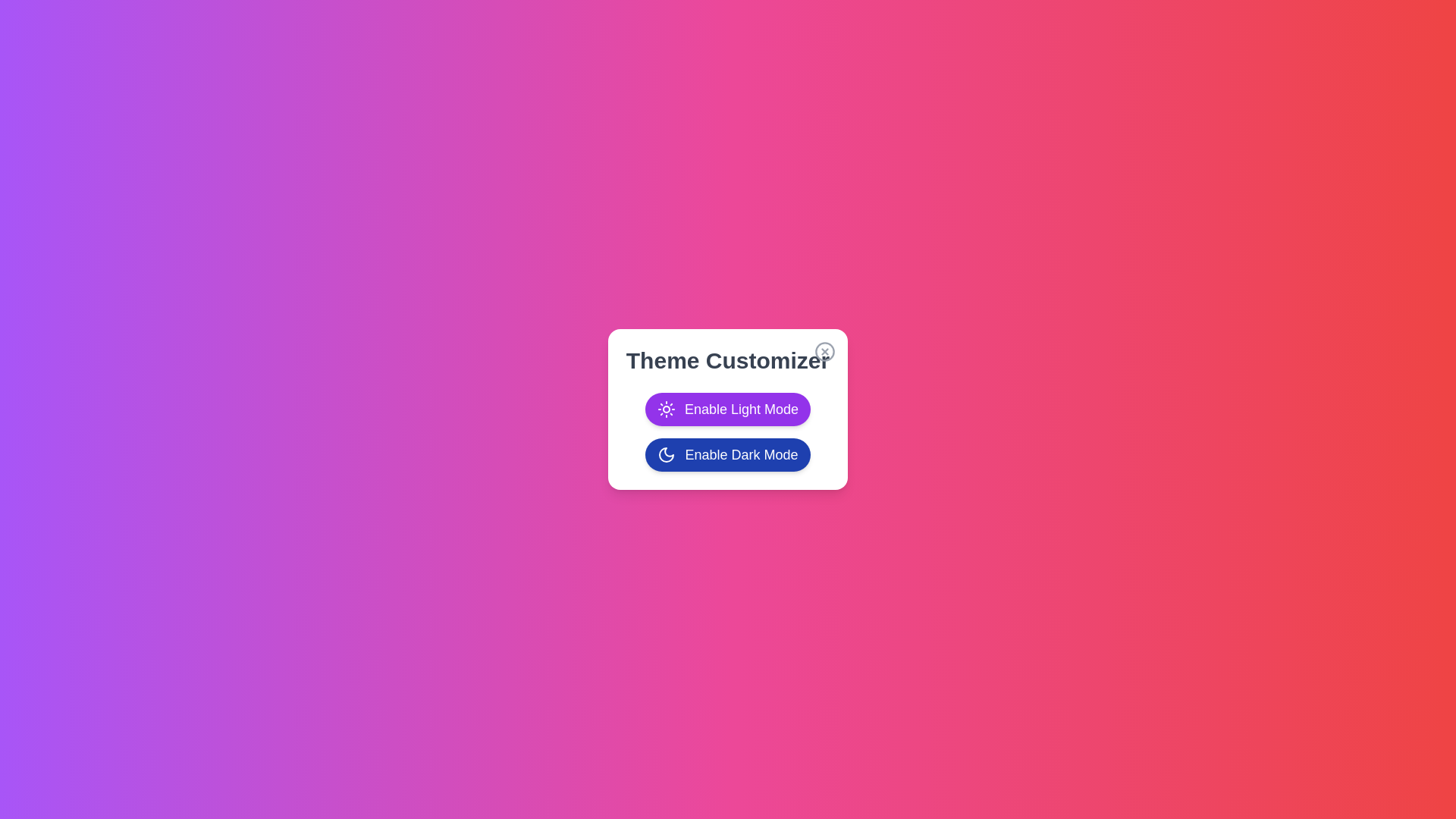 The image size is (1456, 819). I want to click on the close button to close the dialog, so click(824, 351).